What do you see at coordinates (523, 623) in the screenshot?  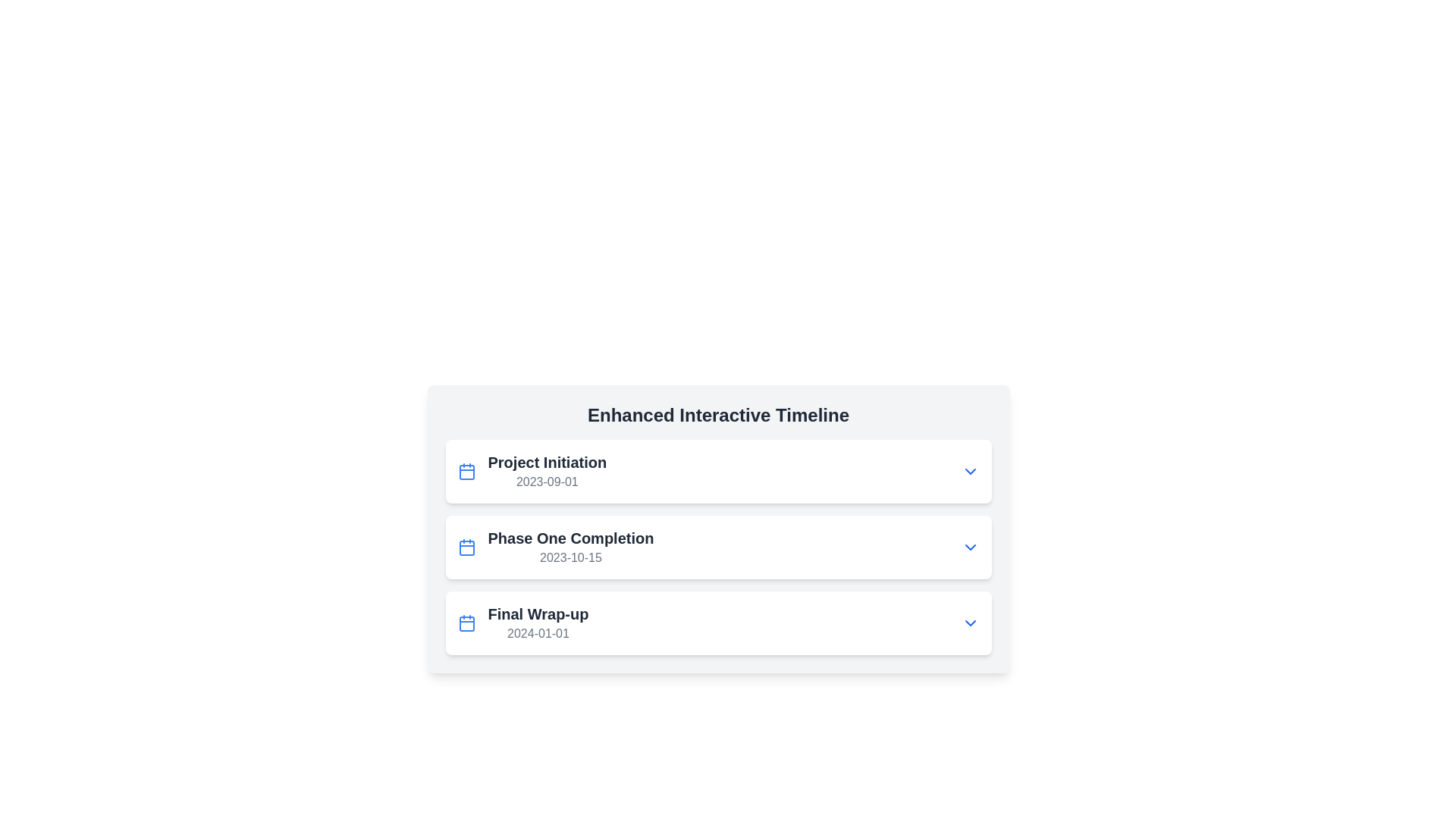 I see `the 'Final Wrap-up' timeline item, which is the last item in the Enhanced Interactive Timeline, featuring a blue calendar icon and the date '2024-01-01'` at bounding box center [523, 623].